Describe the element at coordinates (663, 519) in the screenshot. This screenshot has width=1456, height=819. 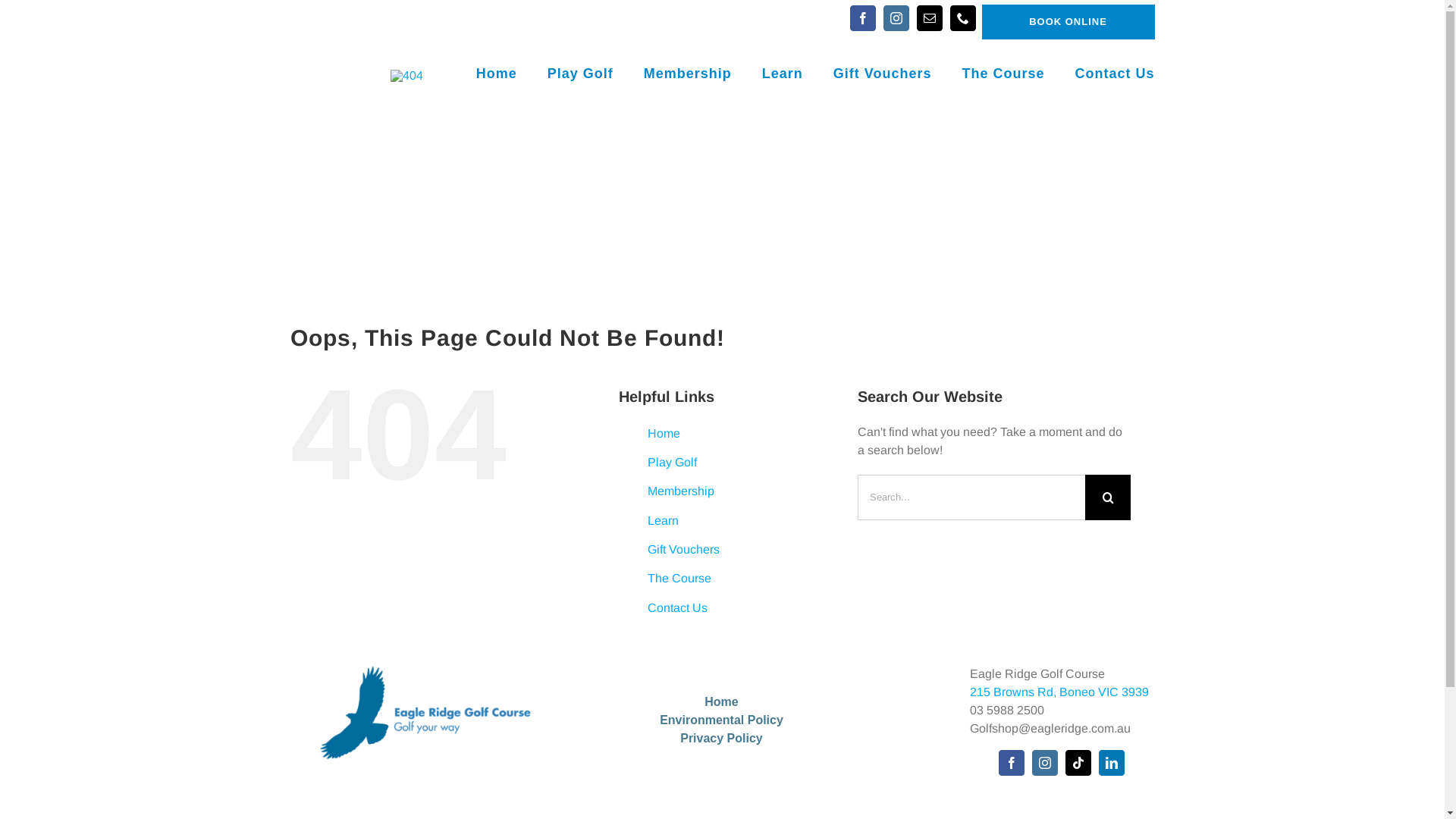
I see `'Learn'` at that location.